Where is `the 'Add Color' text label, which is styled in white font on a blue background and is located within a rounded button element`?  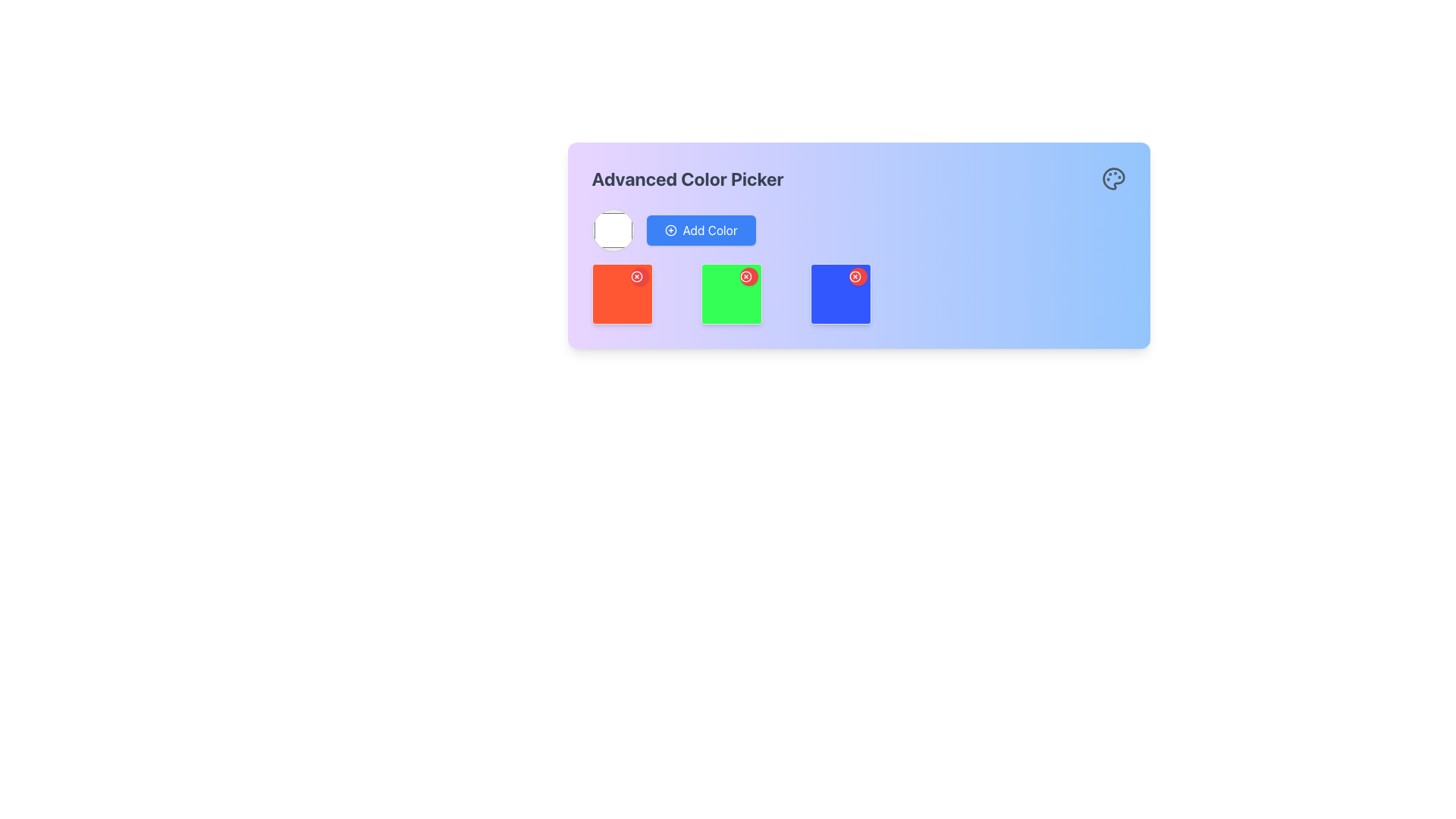 the 'Add Color' text label, which is styled in white font on a blue background and is located within a rounded button element is located at coordinates (709, 231).